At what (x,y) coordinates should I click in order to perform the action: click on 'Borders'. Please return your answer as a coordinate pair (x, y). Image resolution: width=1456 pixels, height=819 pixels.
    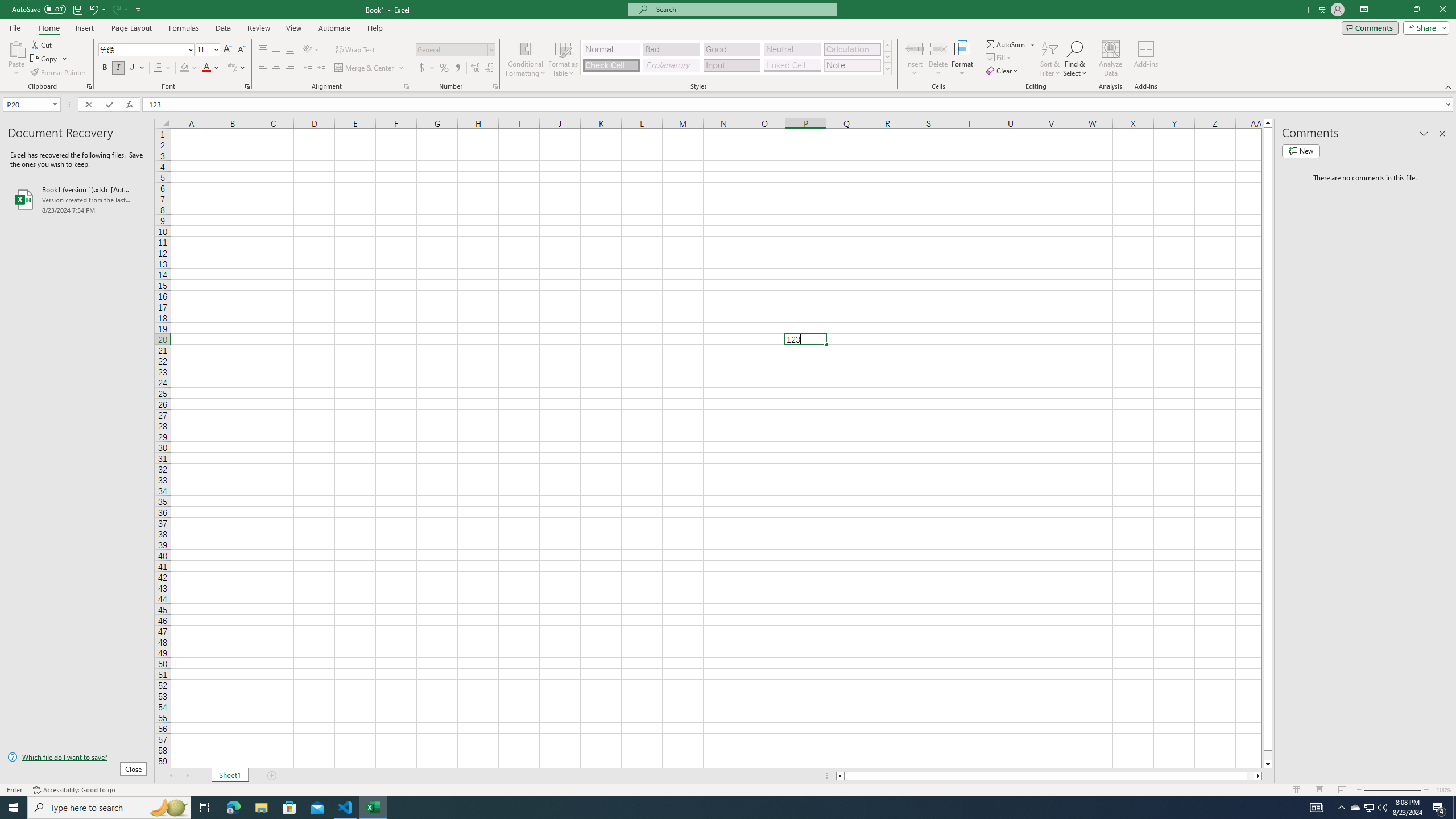
    Looking at the image, I should click on (162, 67).